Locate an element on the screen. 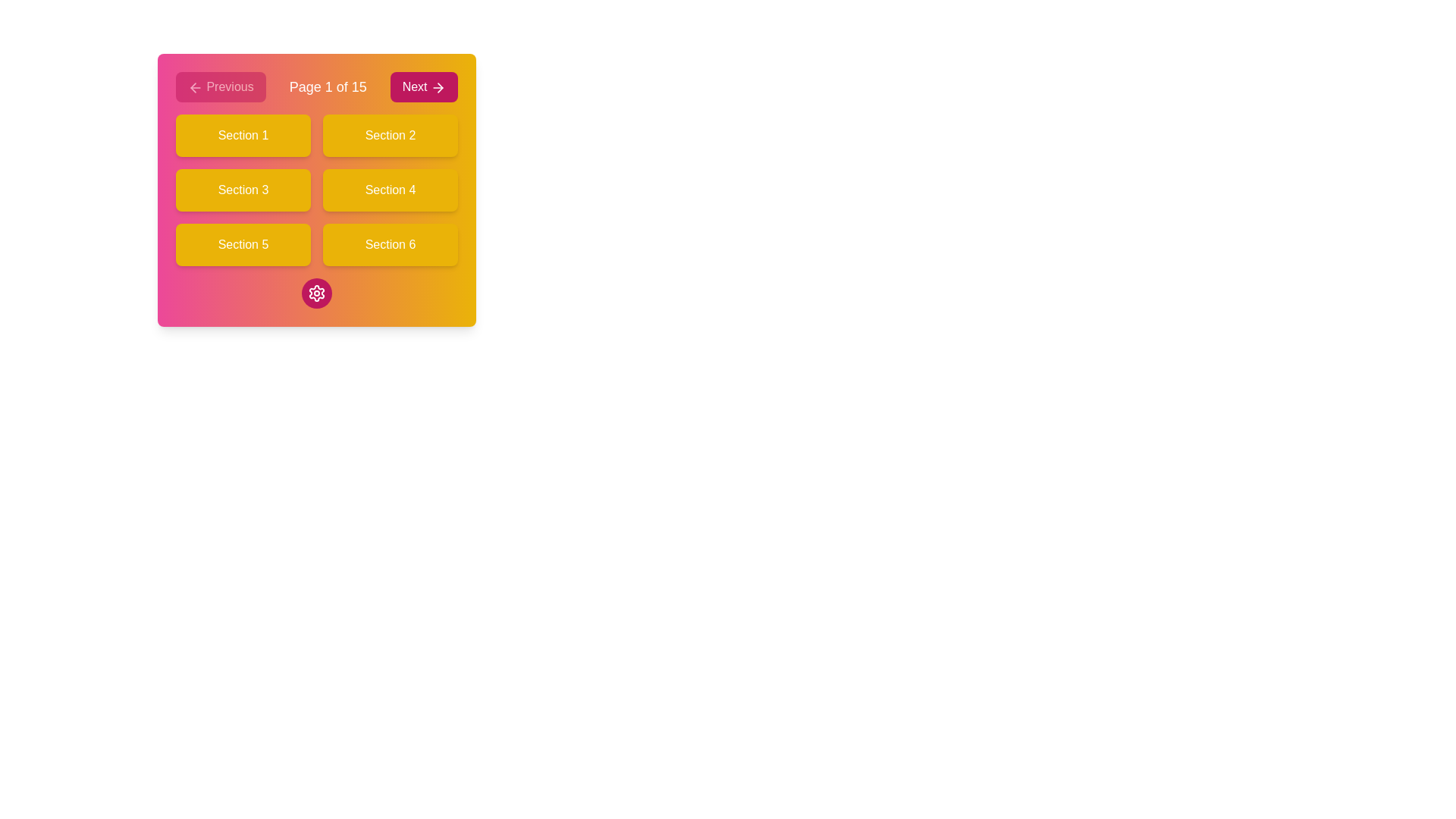 This screenshot has height=819, width=1456. the button that navigates to 'Section 2' to observe hover styling effects is located at coordinates (390, 134).